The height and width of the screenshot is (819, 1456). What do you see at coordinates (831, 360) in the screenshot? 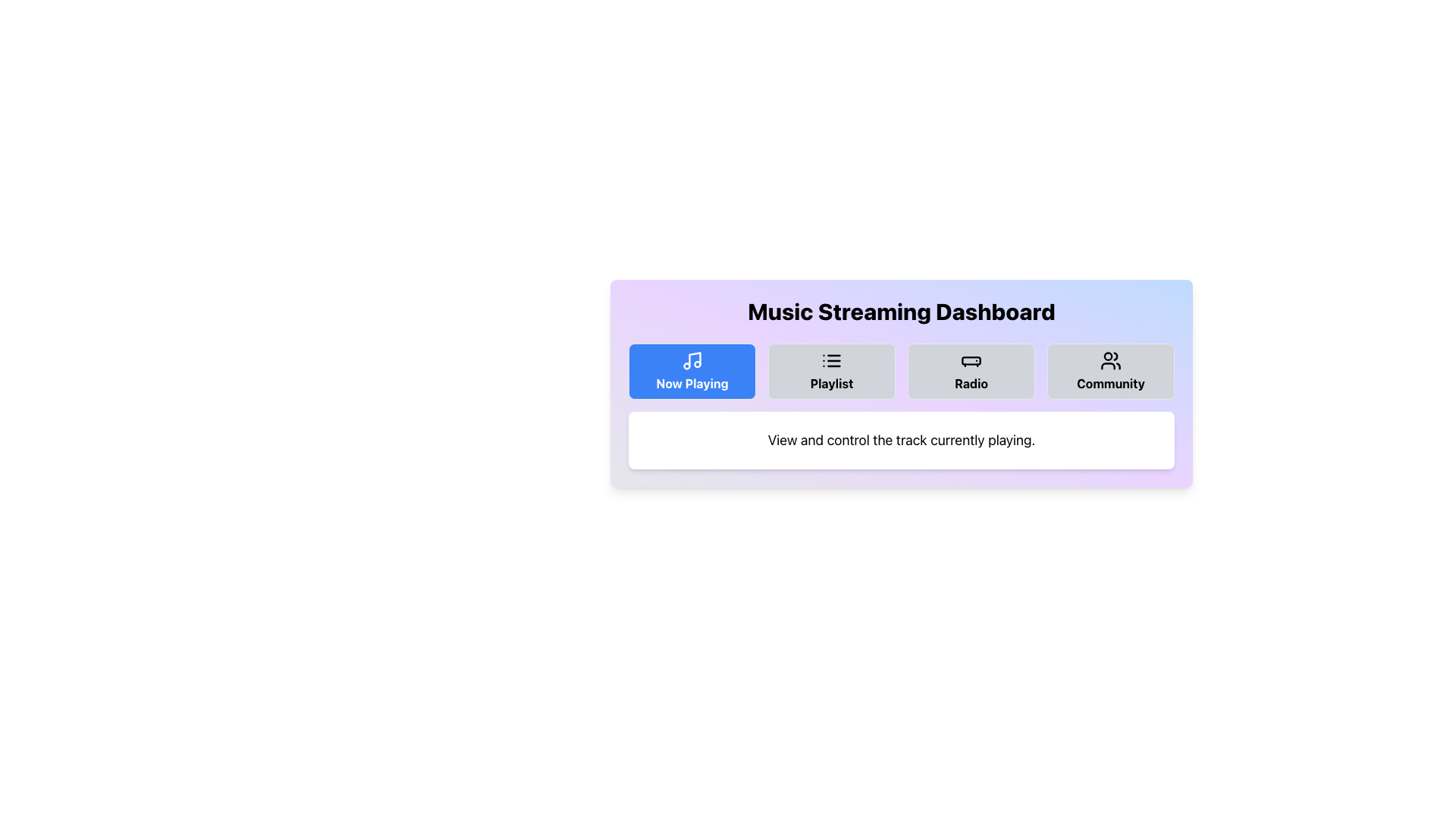
I see `the 'Playlist' icon, which visually represents the 'Playlist' feature and is centered within the button labeled 'Playlist'` at bounding box center [831, 360].